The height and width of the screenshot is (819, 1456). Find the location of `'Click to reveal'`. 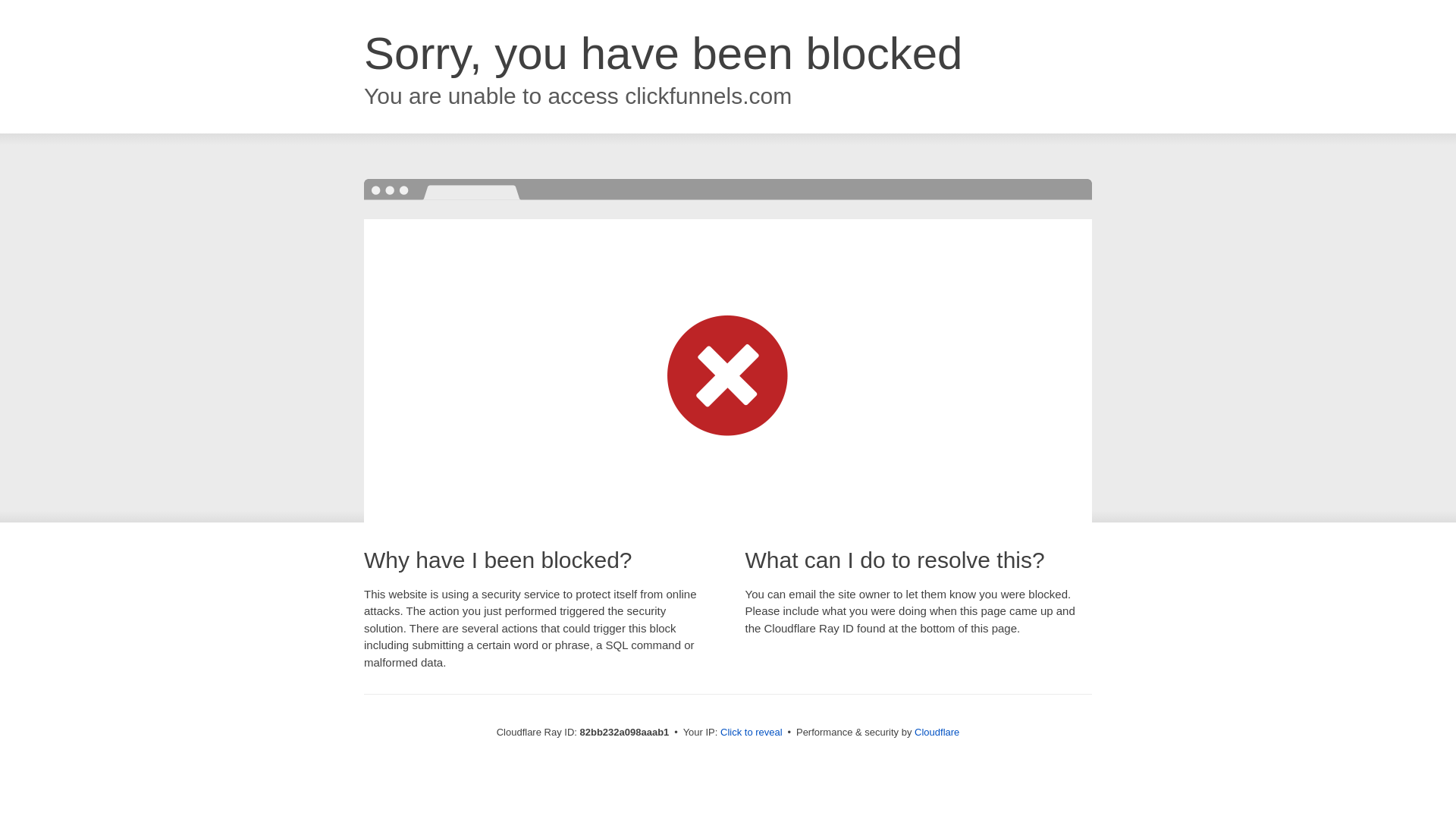

'Click to reveal' is located at coordinates (751, 731).